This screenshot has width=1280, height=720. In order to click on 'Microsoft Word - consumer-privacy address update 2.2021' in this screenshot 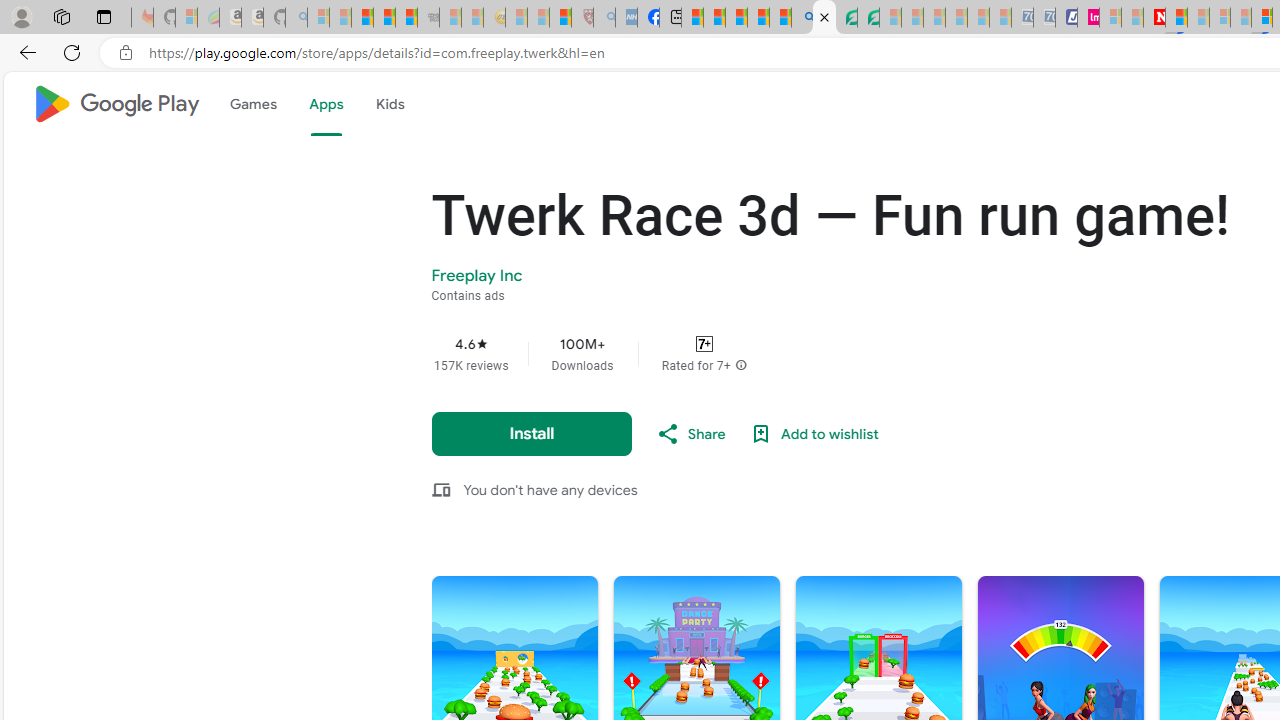, I will do `click(868, 17)`.